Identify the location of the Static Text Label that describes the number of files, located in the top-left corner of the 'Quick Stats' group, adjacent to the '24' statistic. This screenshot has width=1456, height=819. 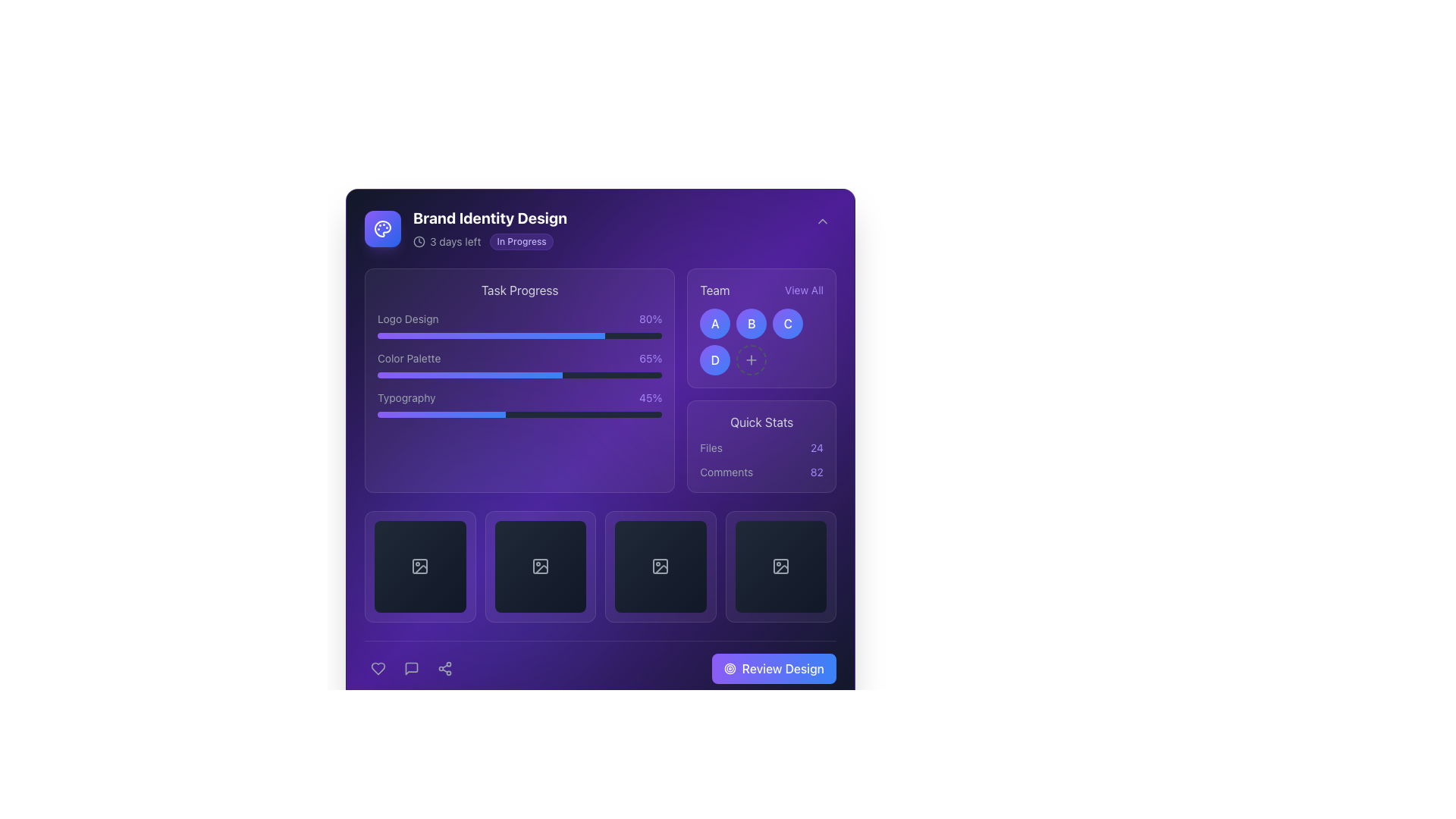
(711, 447).